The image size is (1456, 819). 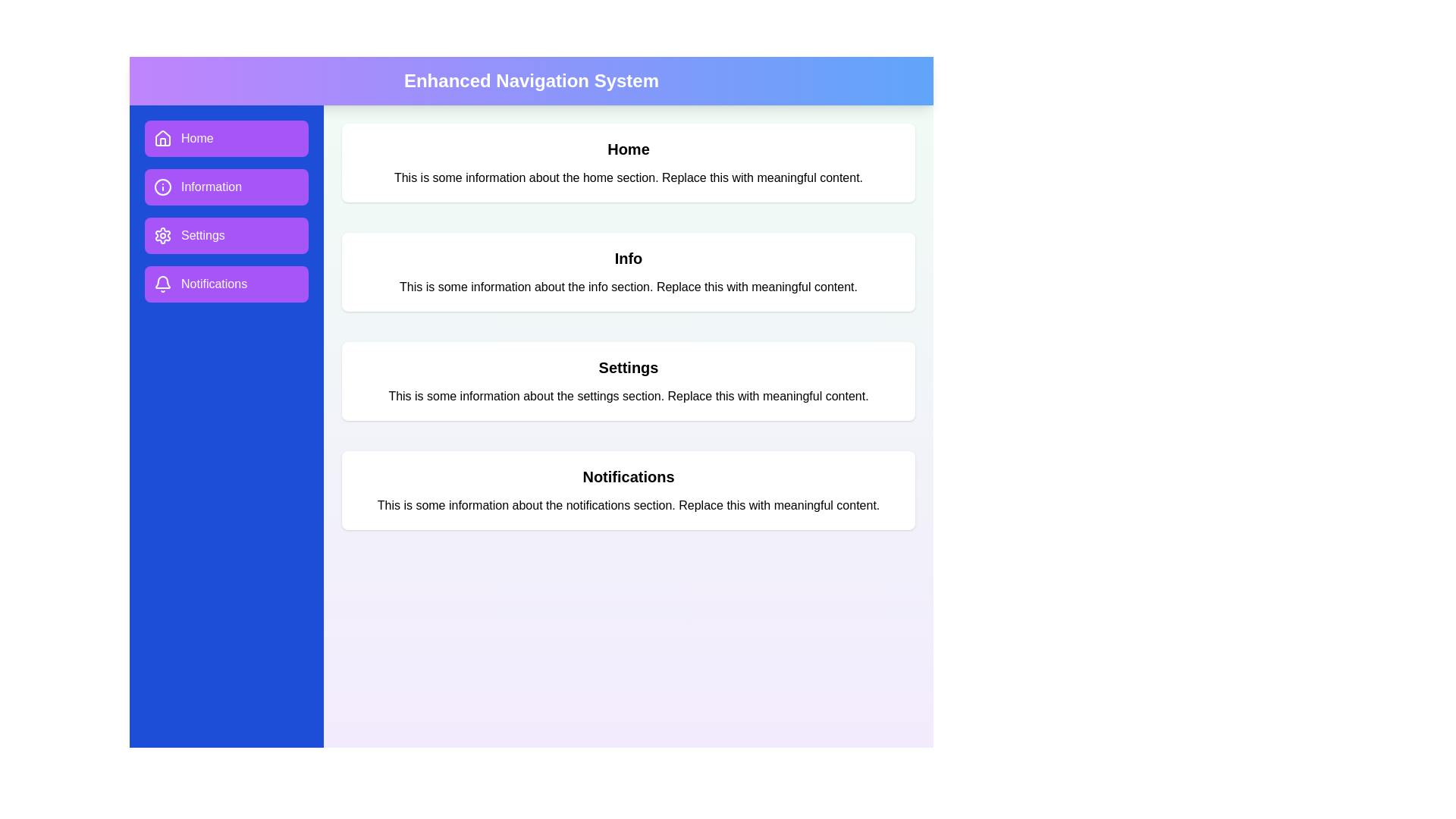 I want to click on the circular outline icon with a smooth white outline located within the 'Information' button in the sidebar, so click(x=163, y=186).